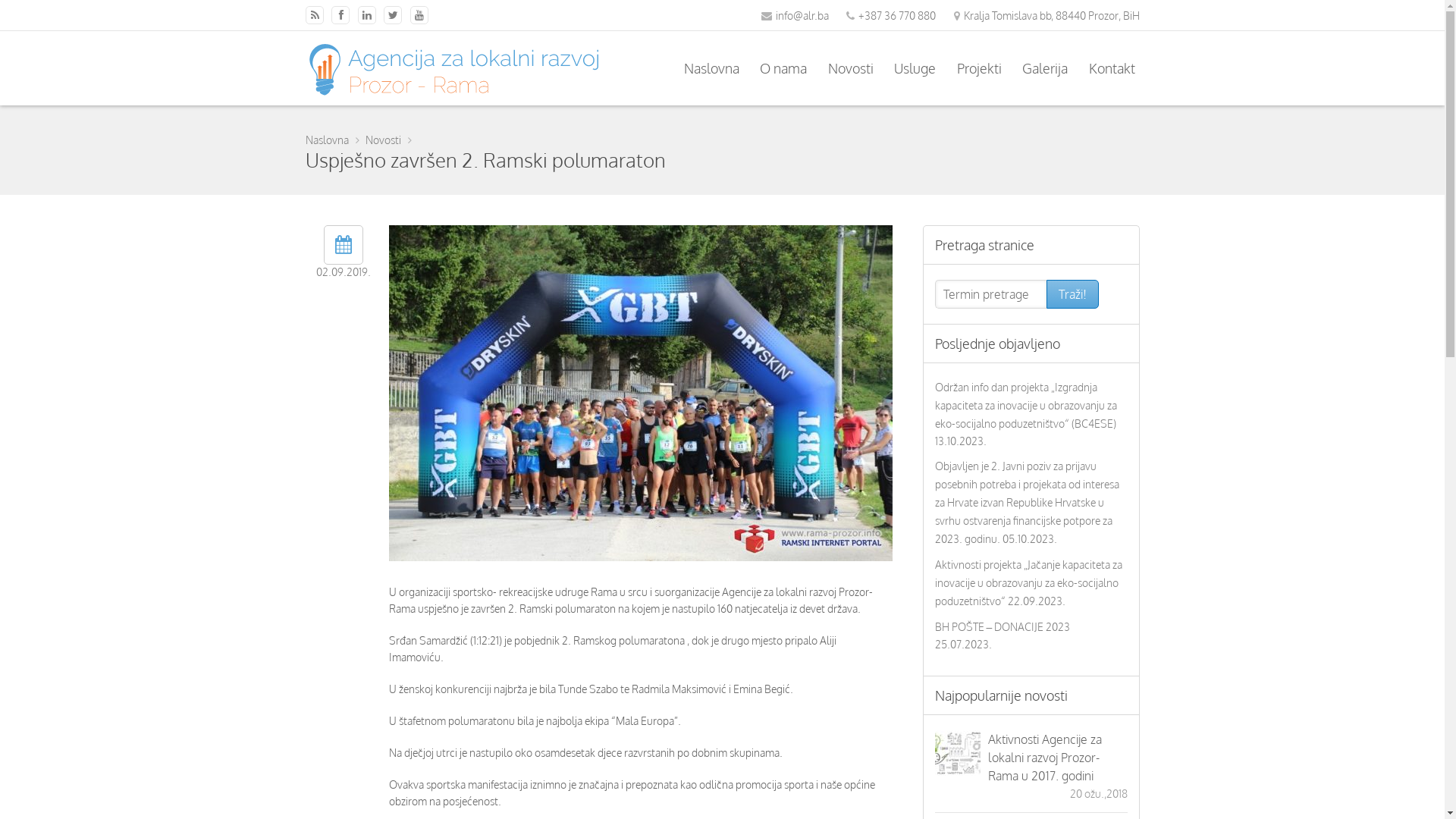 The height and width of the screenshot is (819, 1456). I want to click on 'Projekti', so click(979, 67).